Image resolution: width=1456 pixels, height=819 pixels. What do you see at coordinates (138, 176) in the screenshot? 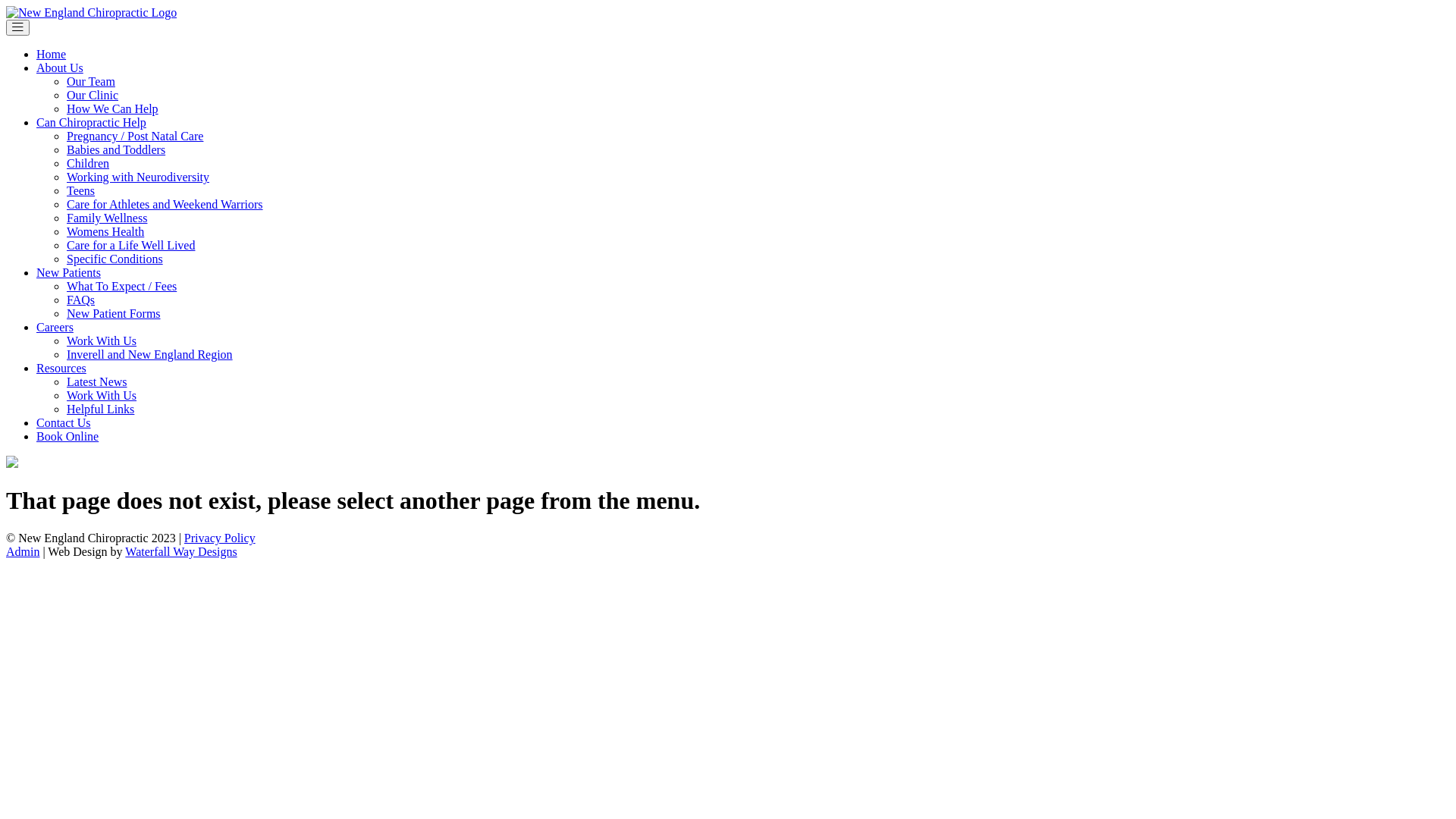
I see `'Working with Neurodiversity'` at bounding box center [138, 176].